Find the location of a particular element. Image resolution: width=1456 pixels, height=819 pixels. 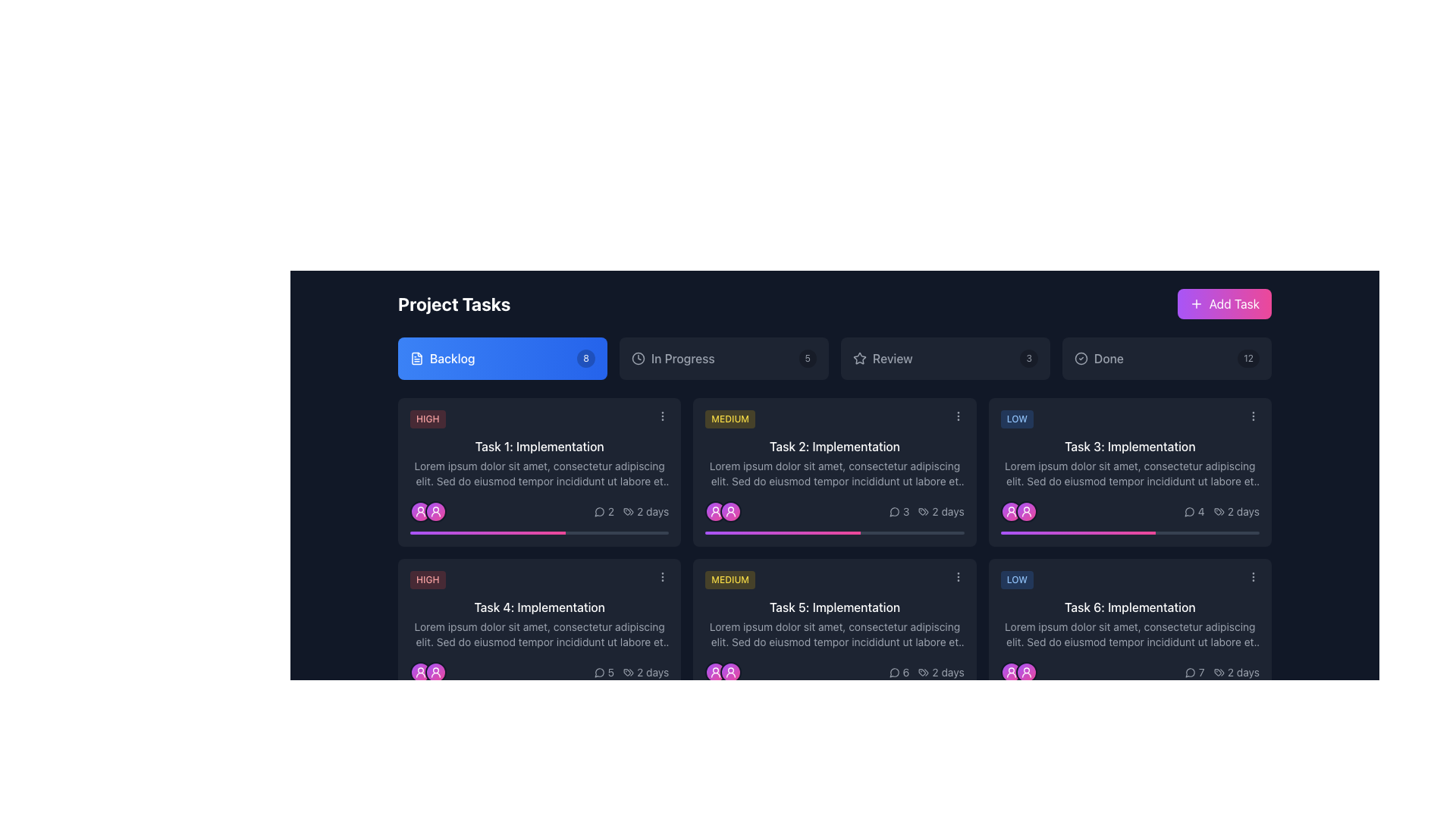

the task card located in the second row, first column of the project management interface is located at coordinates (539, 632).